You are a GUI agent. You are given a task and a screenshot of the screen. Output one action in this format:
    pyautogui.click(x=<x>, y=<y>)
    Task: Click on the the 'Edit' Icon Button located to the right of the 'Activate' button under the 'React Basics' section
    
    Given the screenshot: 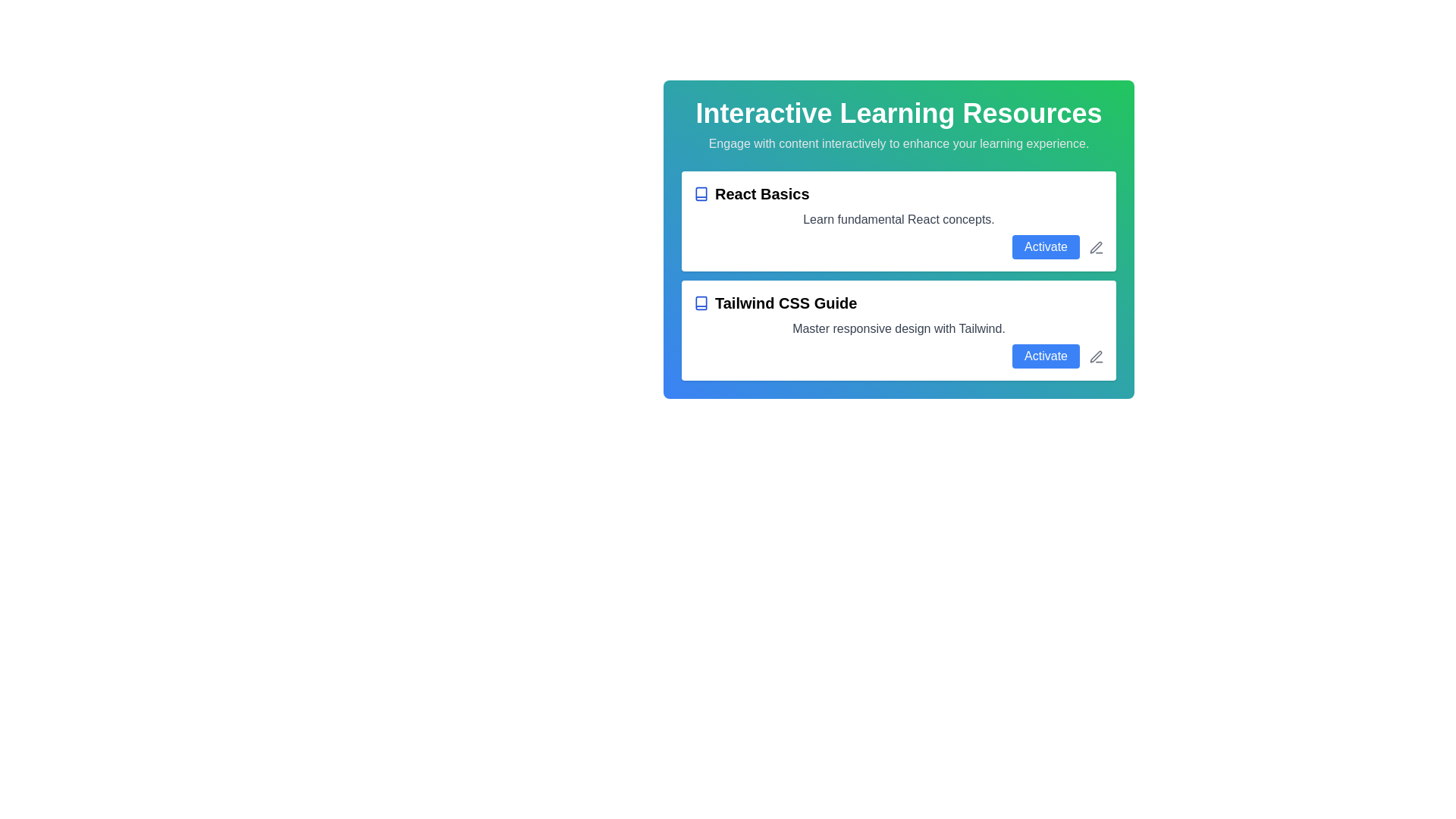 What is the action you would take?
    pyautogui.click(x=1096, y=246)
    